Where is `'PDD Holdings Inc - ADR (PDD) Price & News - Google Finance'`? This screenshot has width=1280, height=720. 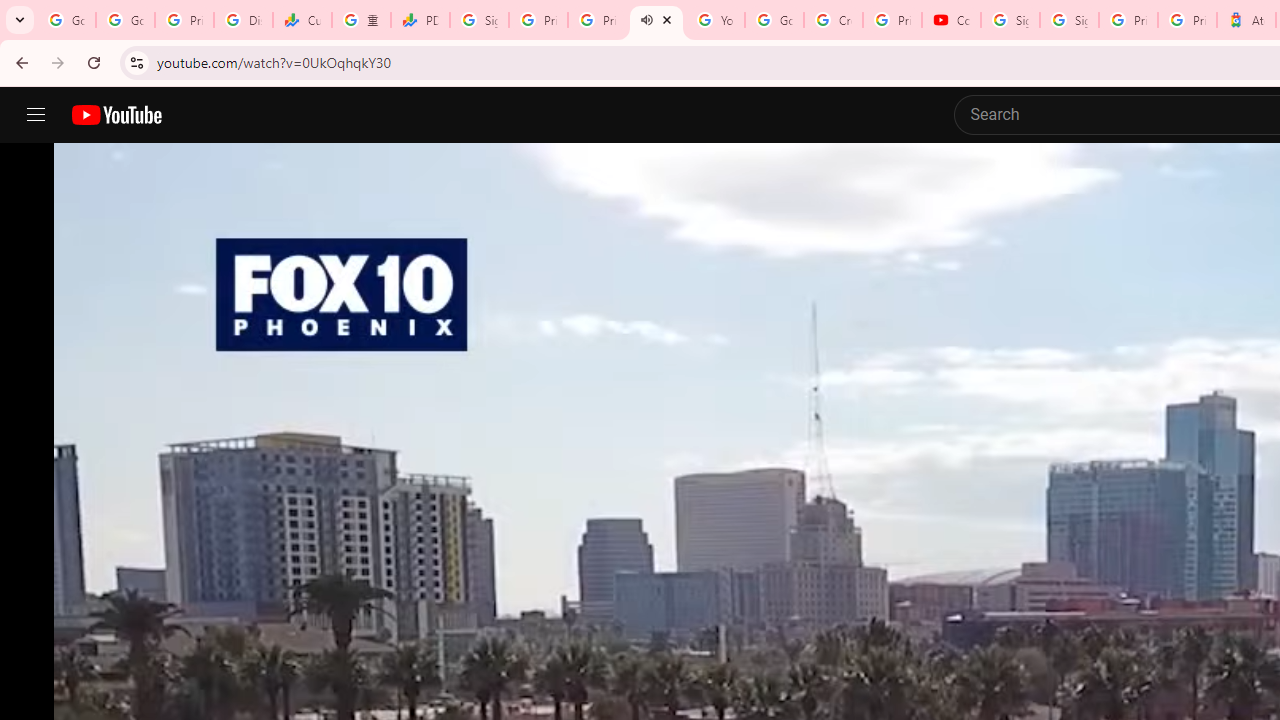 'PDD Holdings Inc - ADR (PDD) Price & News - Google Finance' is located at coordinates (419, 20).